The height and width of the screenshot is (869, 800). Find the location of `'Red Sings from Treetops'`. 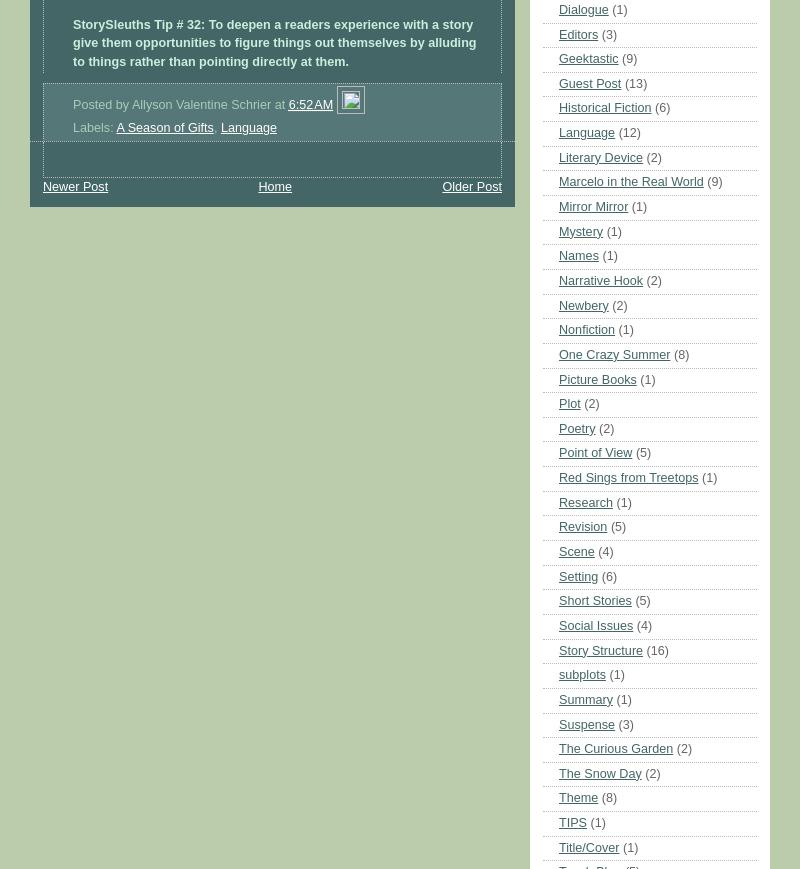

'Red Sings from Treetops' is located at coordinates (558, 478).